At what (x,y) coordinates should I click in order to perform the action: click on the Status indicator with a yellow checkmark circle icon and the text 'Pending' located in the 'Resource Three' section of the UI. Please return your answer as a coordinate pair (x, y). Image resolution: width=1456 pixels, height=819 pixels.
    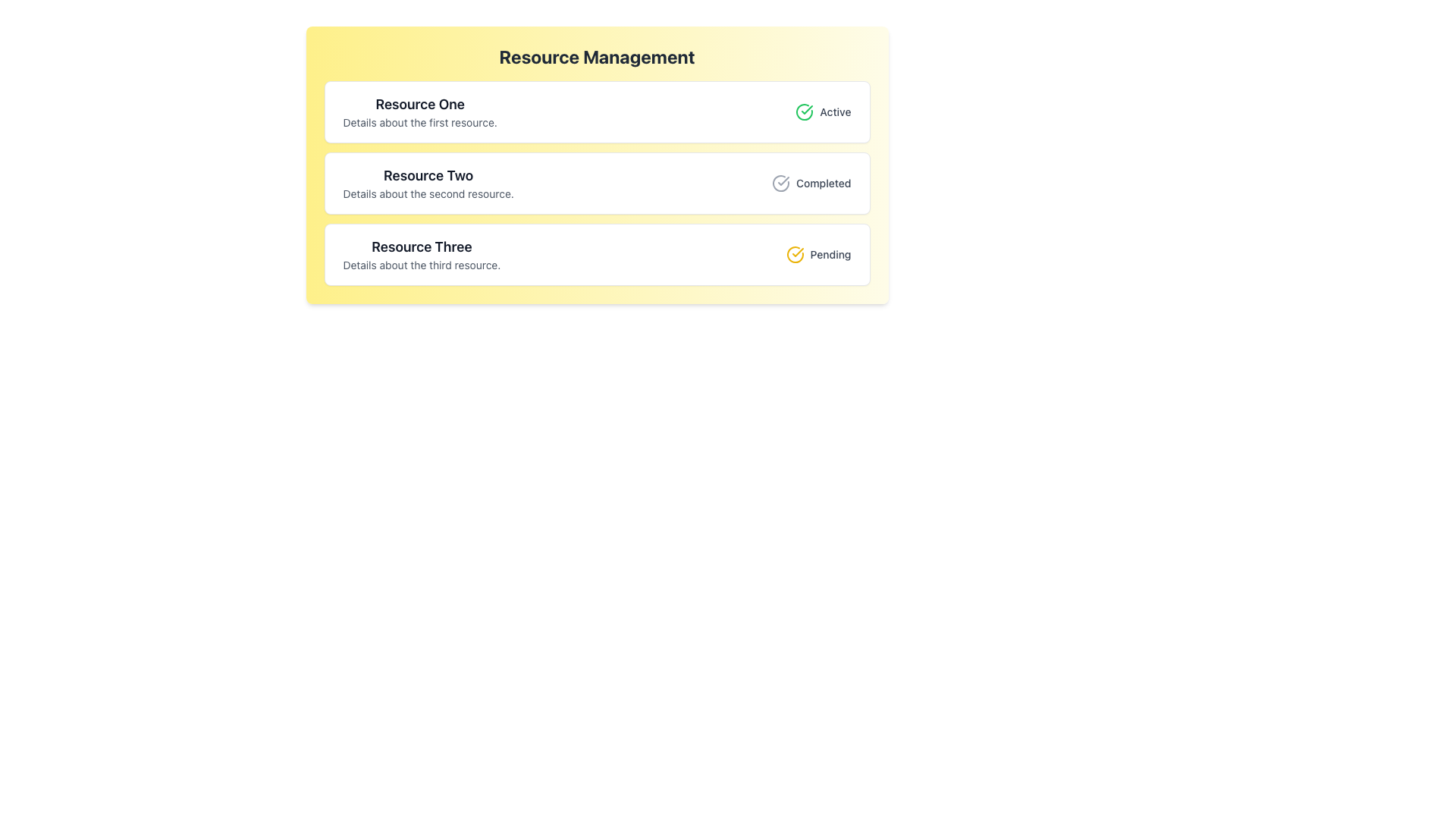
    Looking at the image, I should click on (817, 253).